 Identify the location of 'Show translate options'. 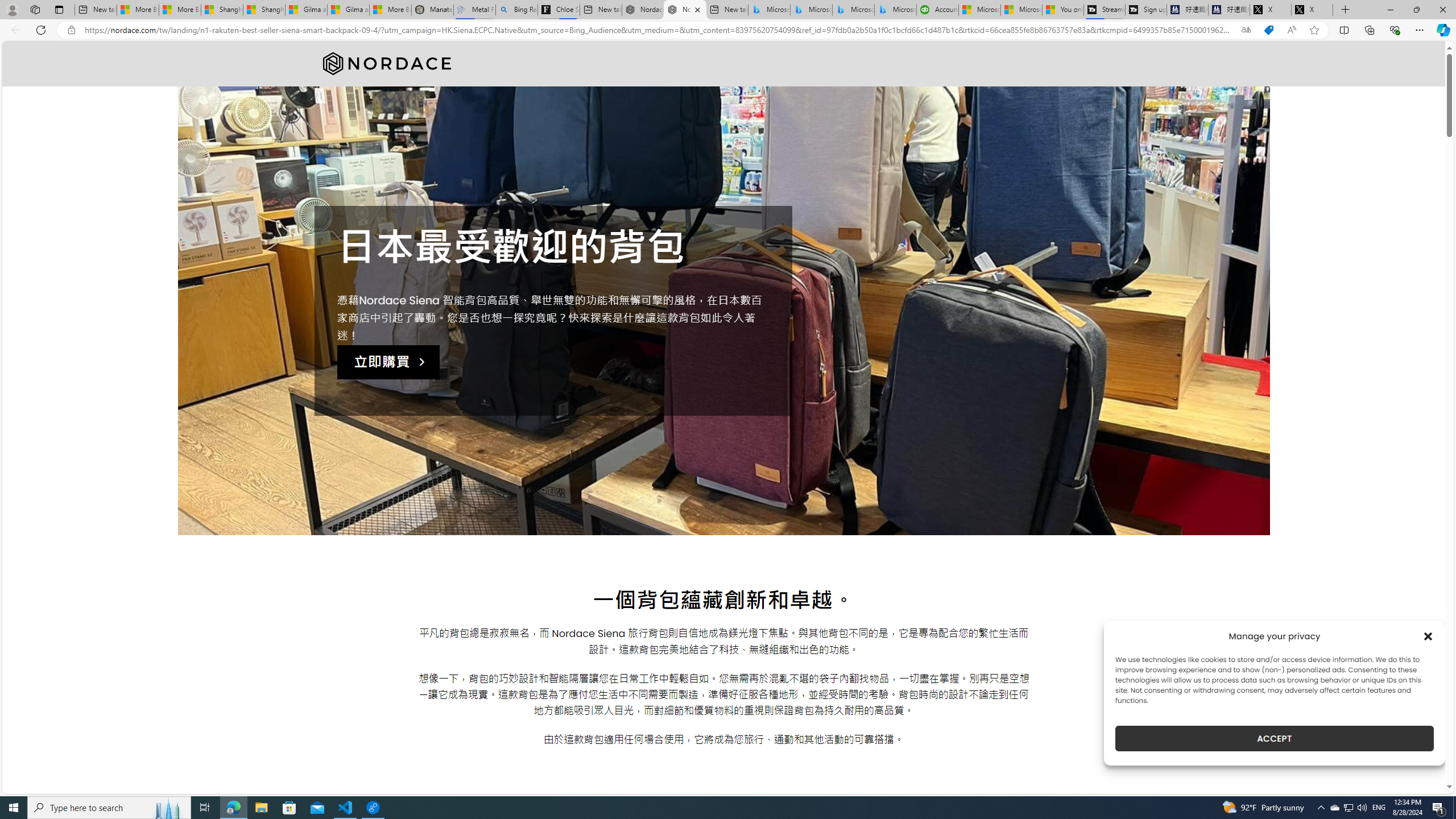
(1246, 30).